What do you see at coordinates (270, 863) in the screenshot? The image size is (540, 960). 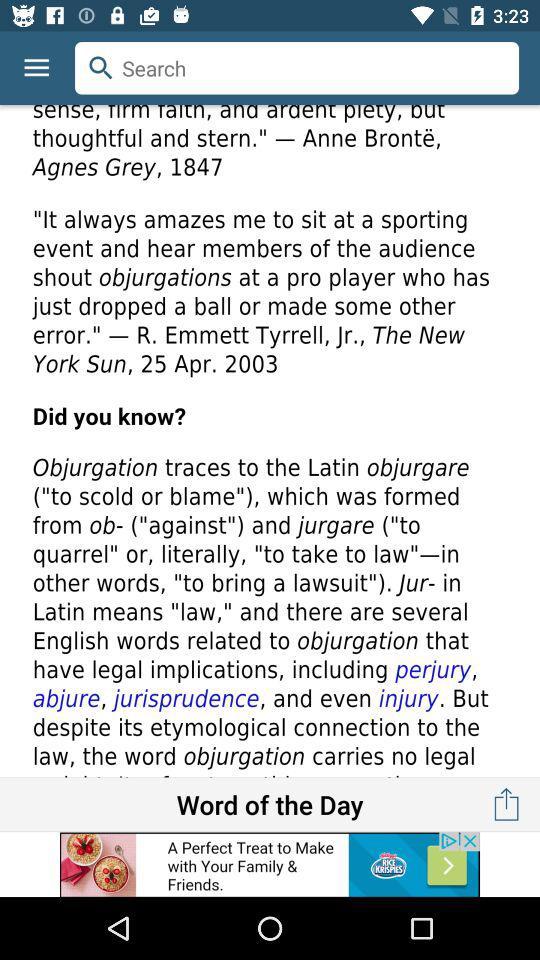 I see `advertisement page` at bounding box center [270, 863].